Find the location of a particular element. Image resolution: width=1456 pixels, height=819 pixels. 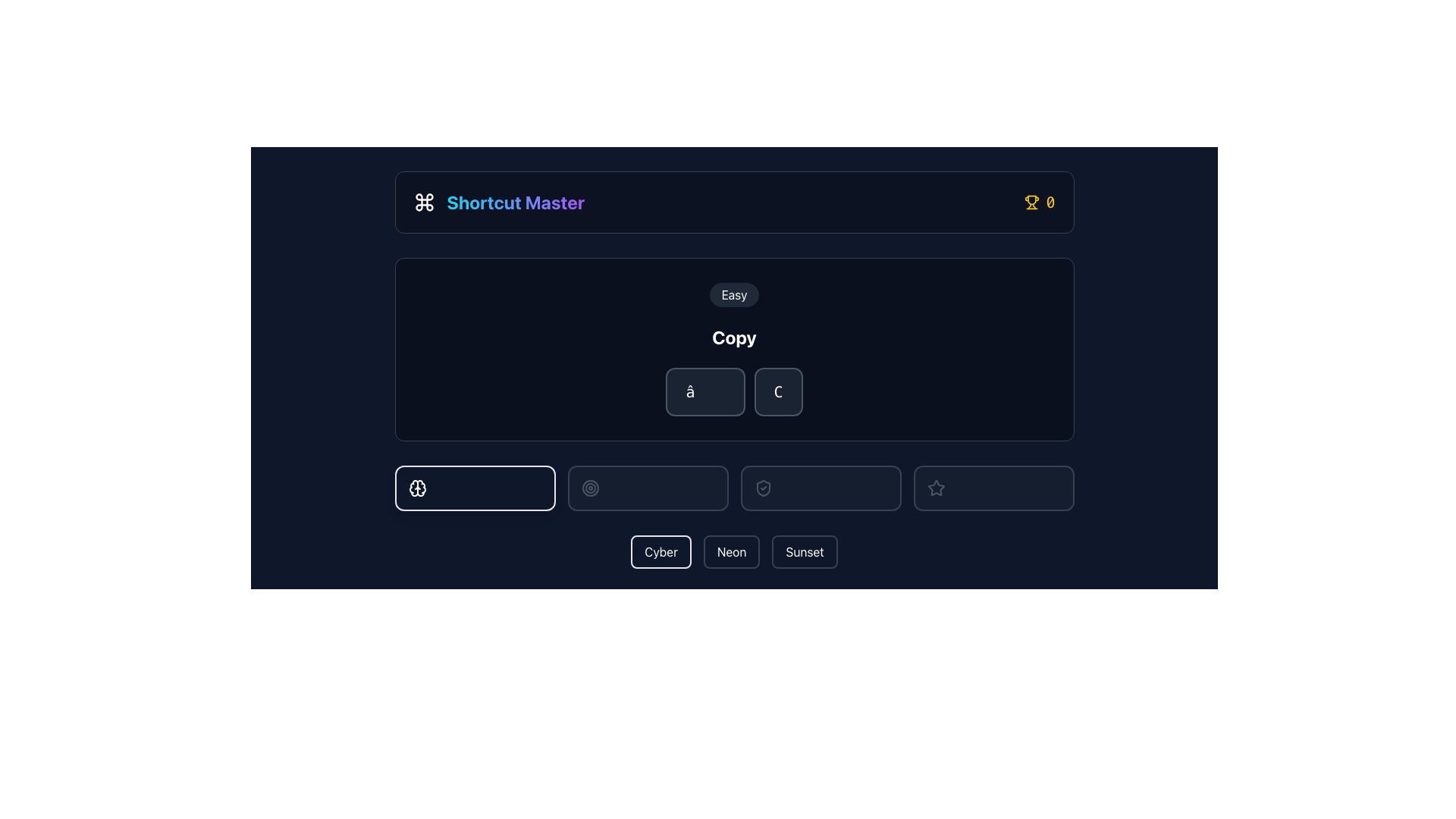

the stylized brain icon outlined in cyan, located within the first button of a horizontal group at the bottom of the interface is located at coordinates (417, 488).